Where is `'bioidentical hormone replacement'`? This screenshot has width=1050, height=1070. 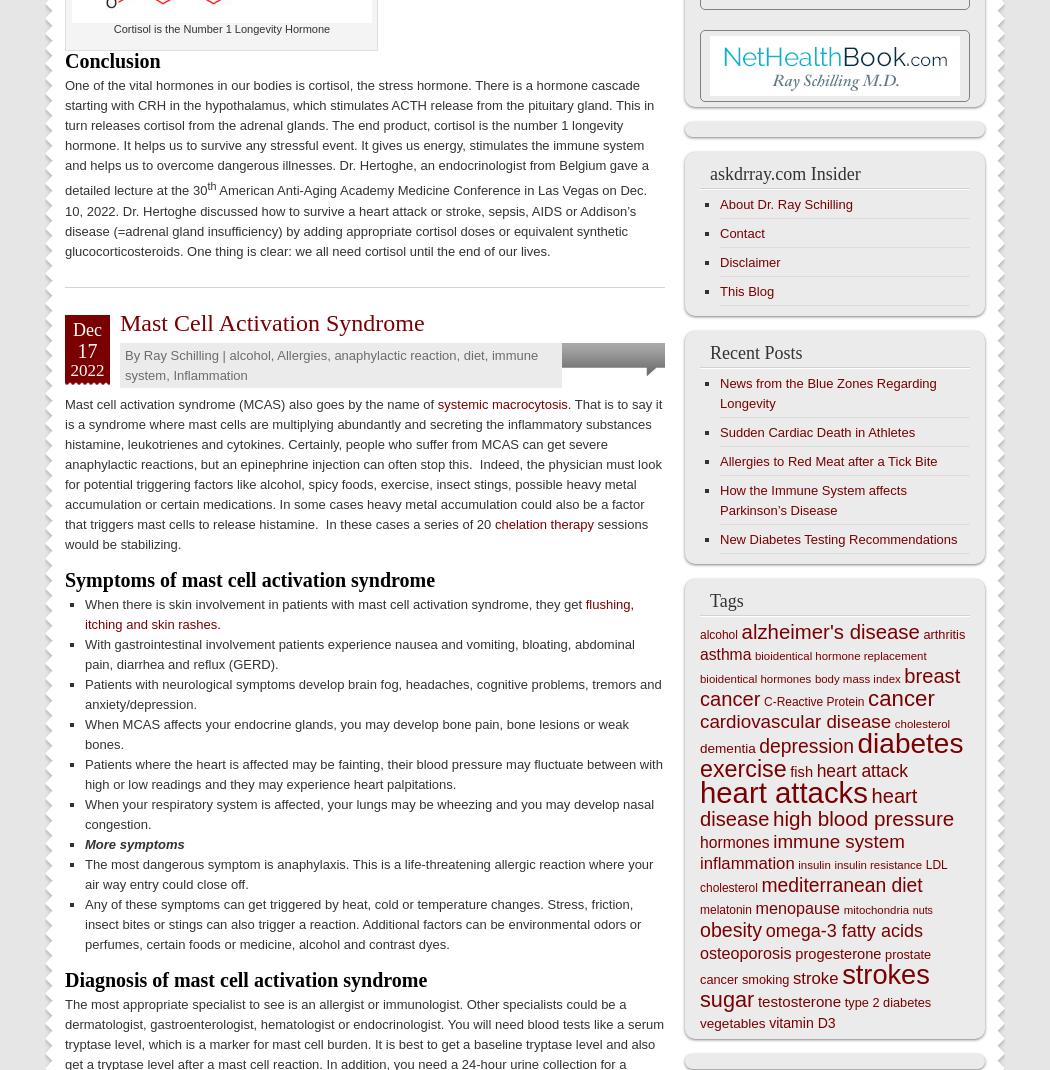 'bioidentical hormone replacement' is located at coordinates (840, 656).